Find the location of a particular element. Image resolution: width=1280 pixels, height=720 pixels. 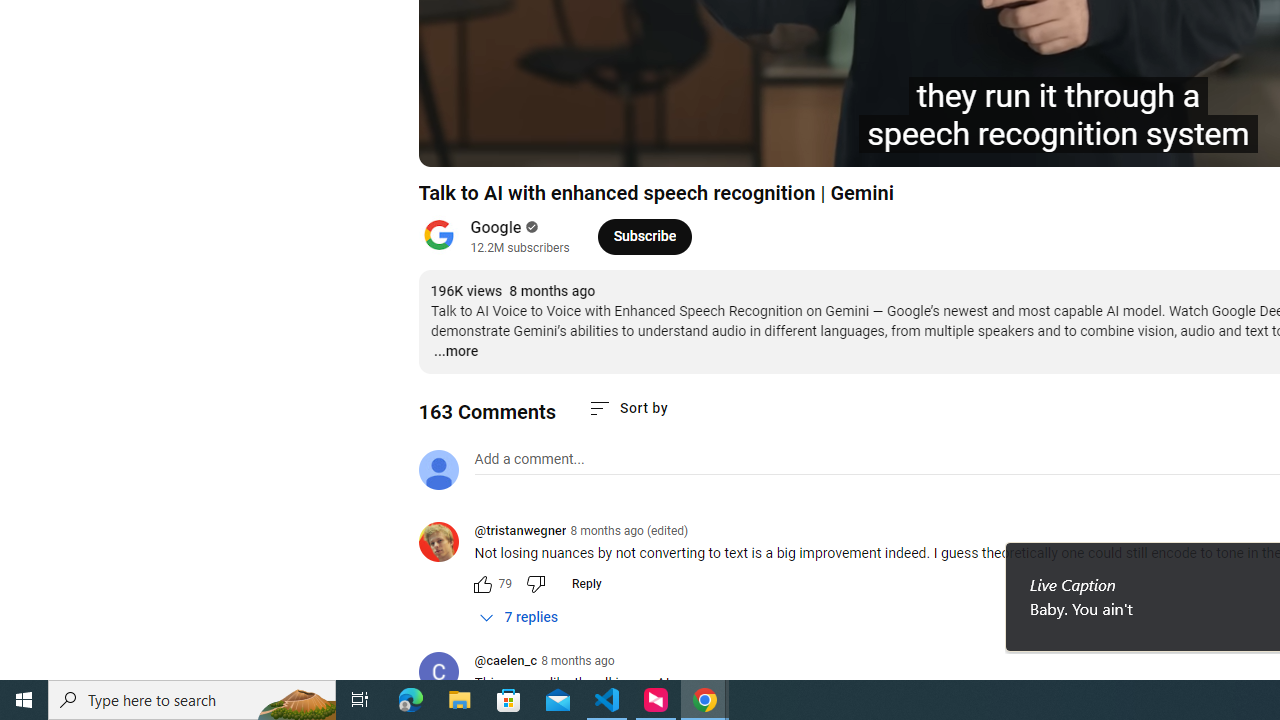

'AutomationID: simplebox-placeholder' is located at coordinates (529, 459).